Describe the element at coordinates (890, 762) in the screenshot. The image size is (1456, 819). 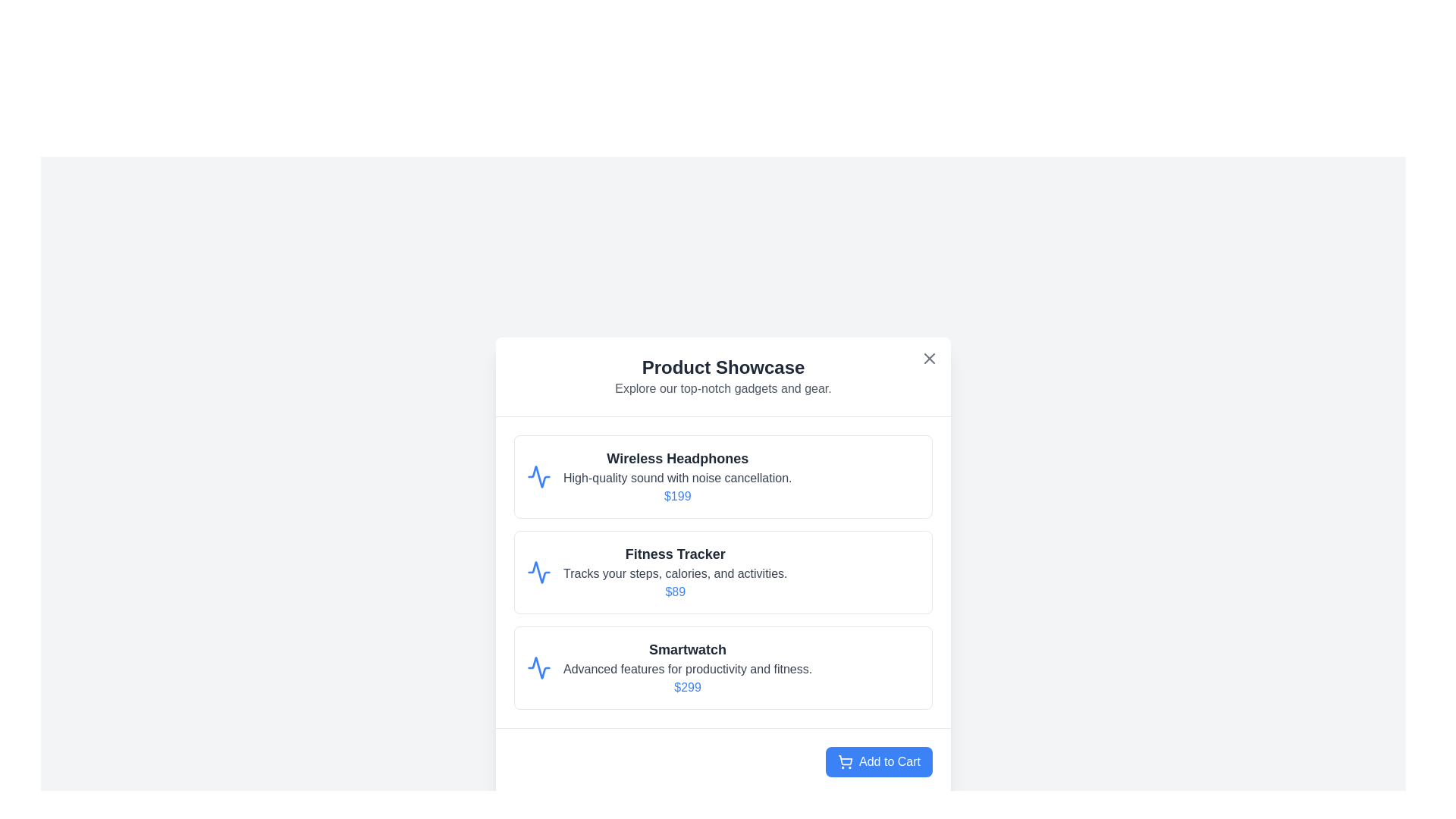
I see `the text label within the blue button at the bottom of the modal` at that location.